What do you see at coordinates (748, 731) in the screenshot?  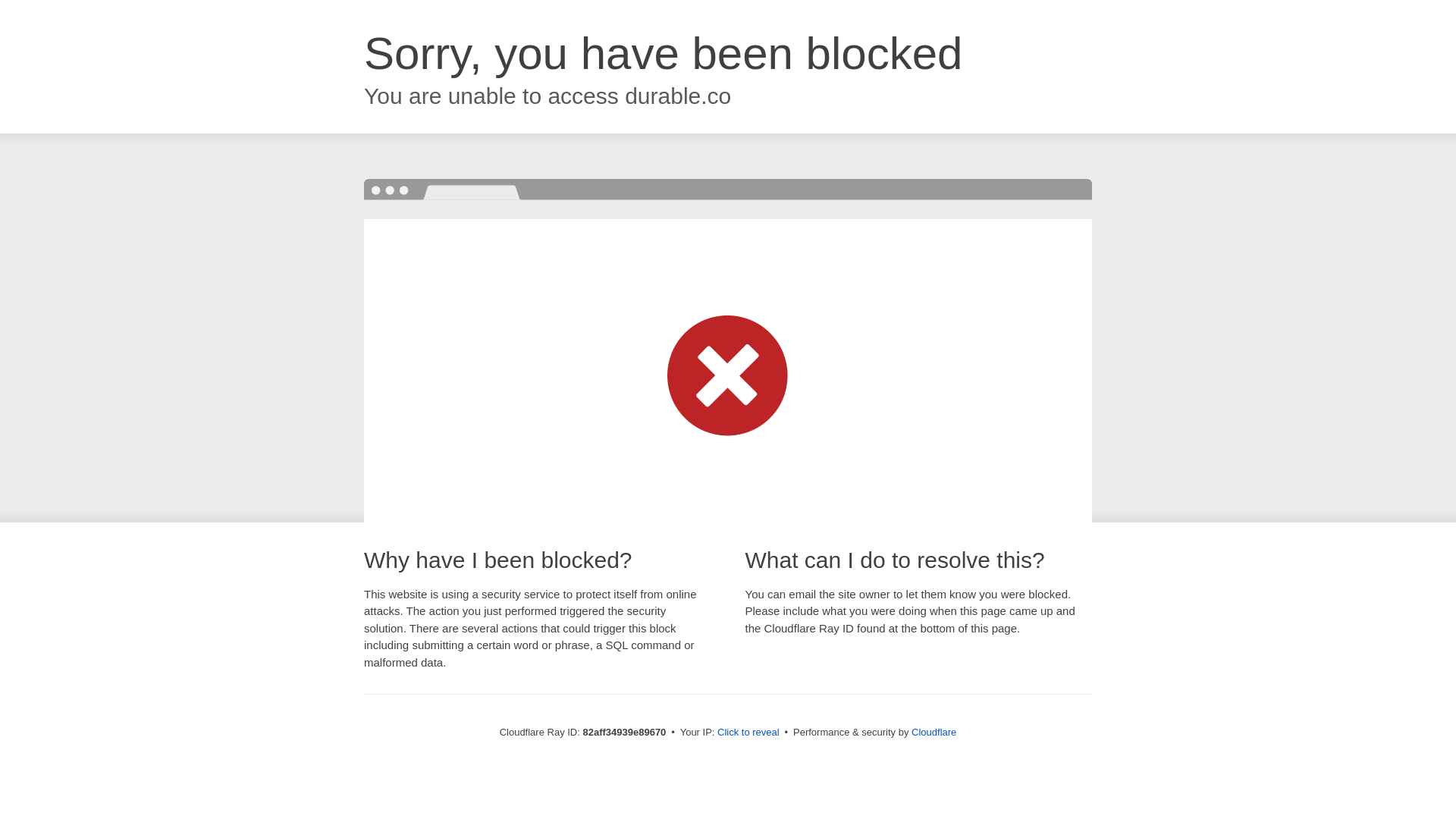 I see `'Click to reveal'` at bounding box center [748, 731].